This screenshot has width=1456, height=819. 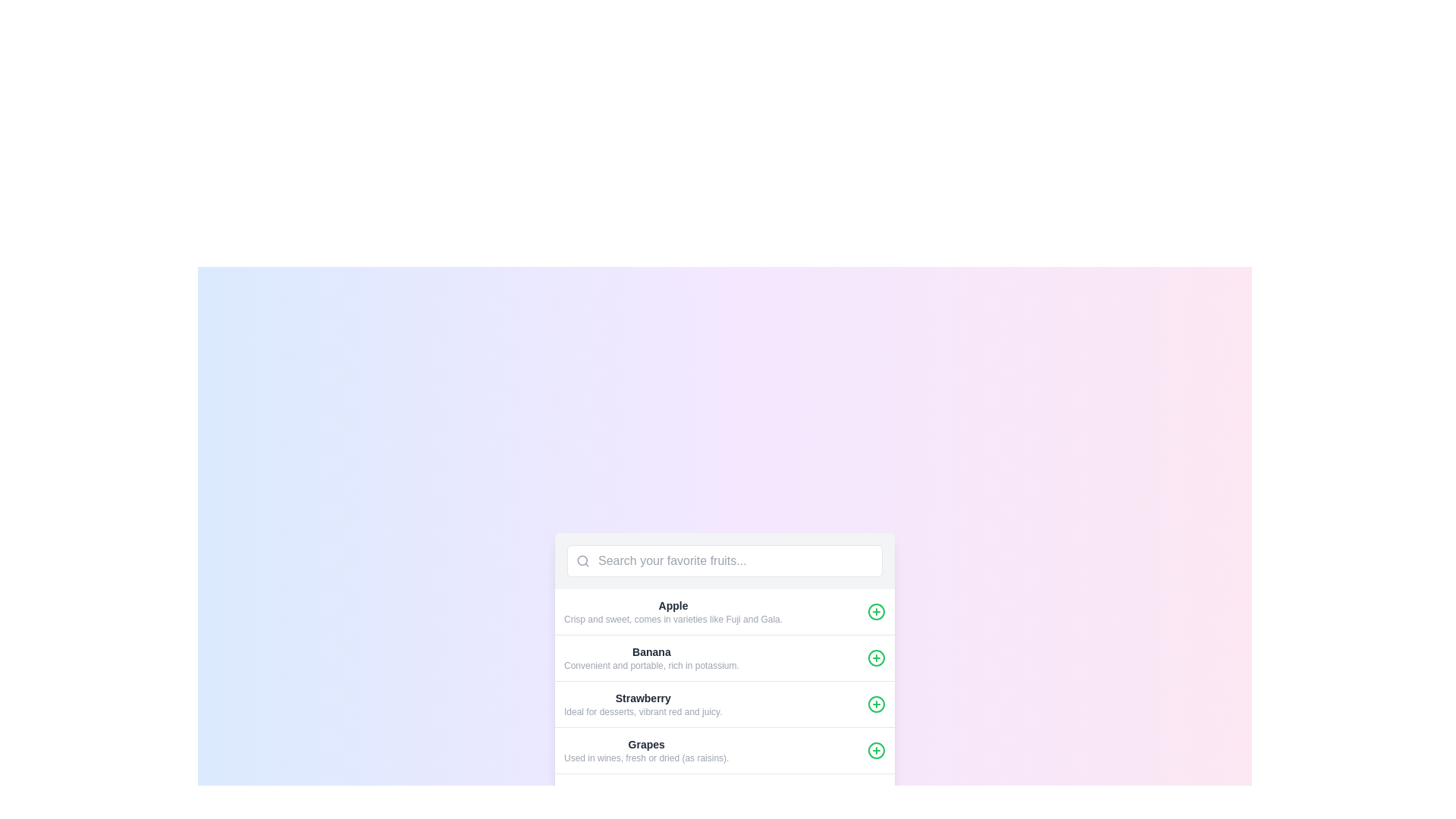 I want to click on text label displaying 'Apple' in bold font and black color, which is positioned above a subtext in a list item, so click(x=673, y=604).